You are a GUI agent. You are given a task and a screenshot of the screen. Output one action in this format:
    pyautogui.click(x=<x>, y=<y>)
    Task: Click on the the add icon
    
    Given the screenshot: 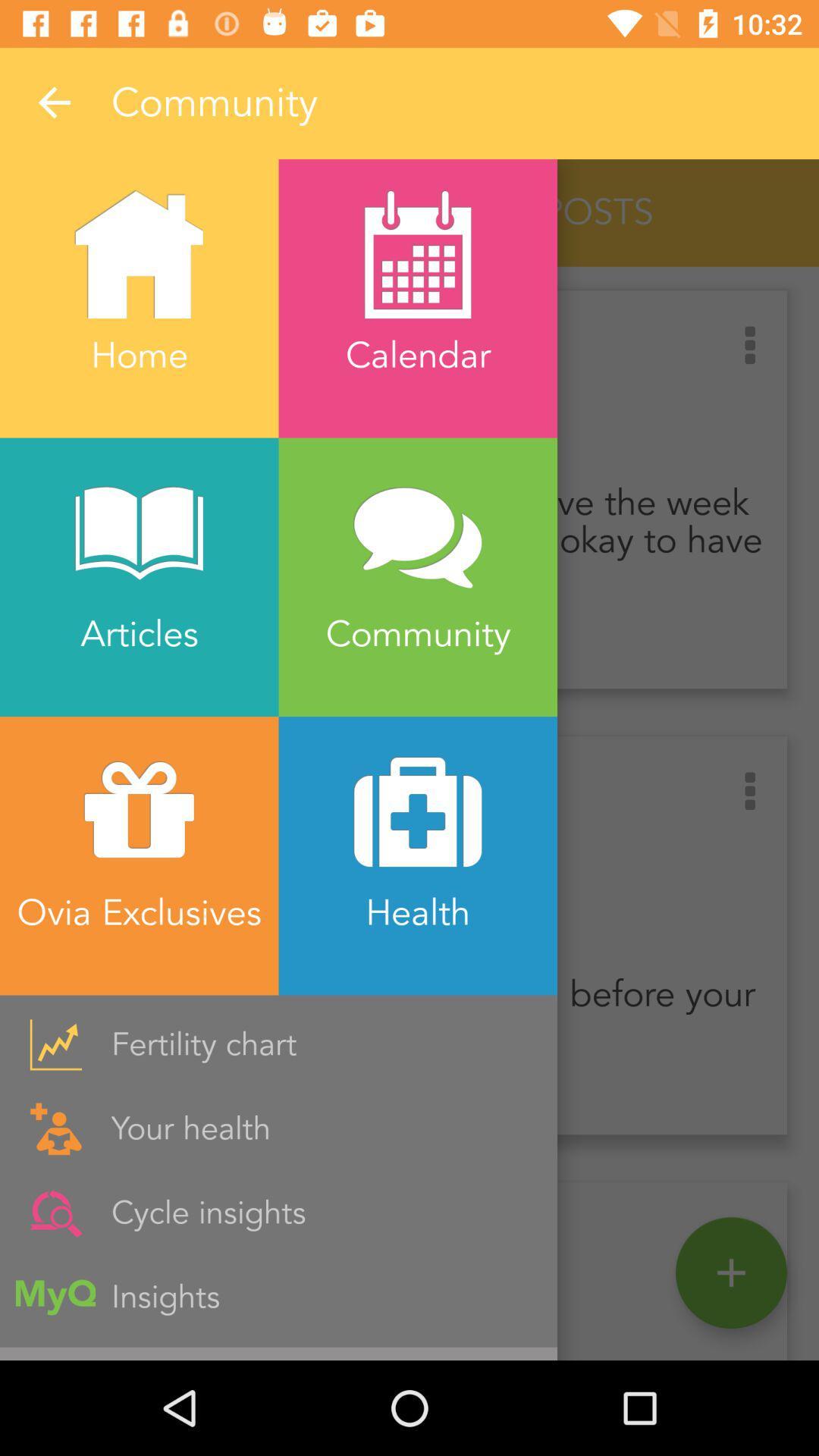 What is the action you would take?
    pyautogui.click(x=730, y=1272)
    